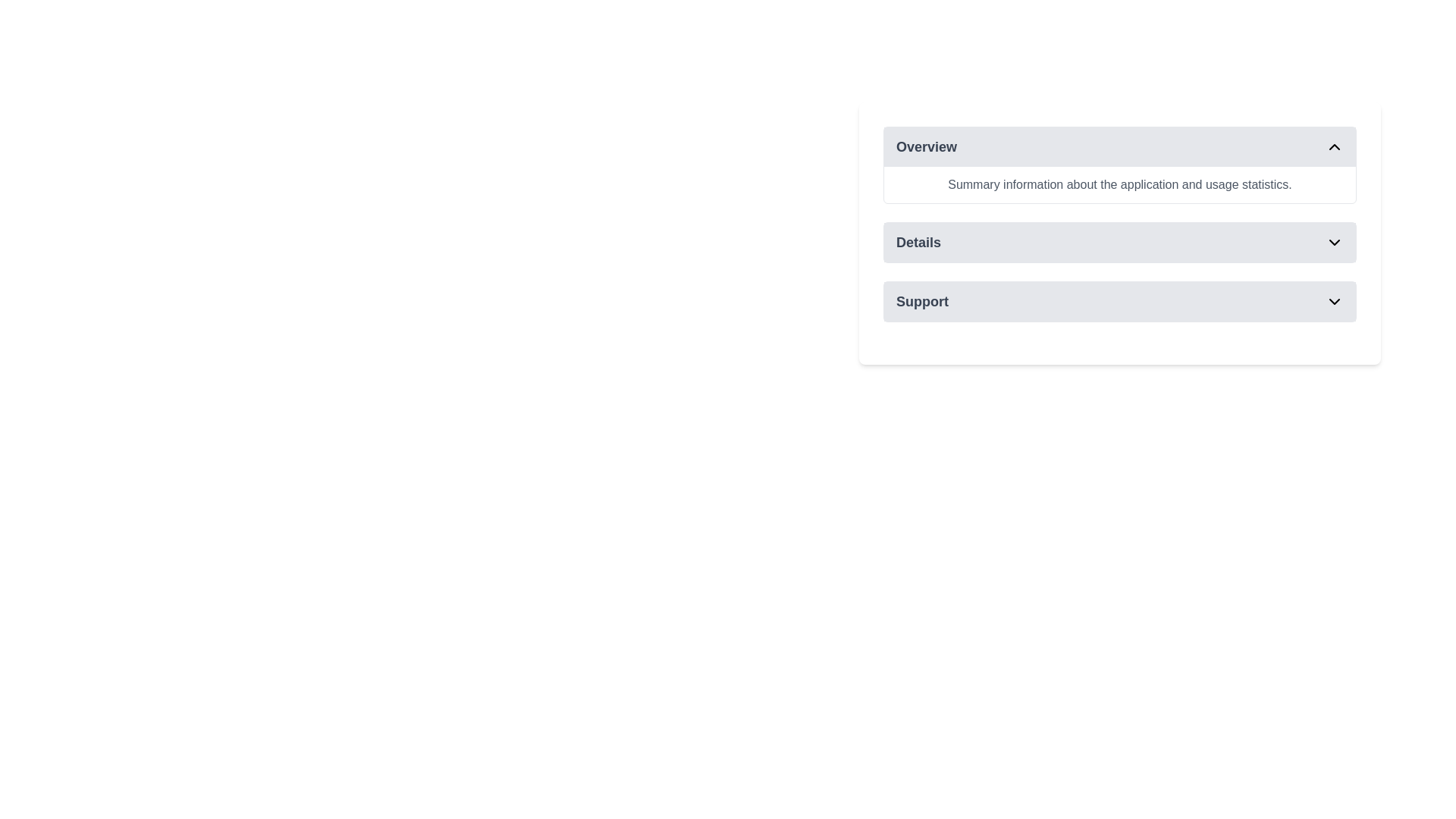 The width and height of the screenshot is (1456, 819). Describe the element at coordinates (1120, 234) in the screenshot. I see `the 'Details' Collapsible Section Header` at that location.